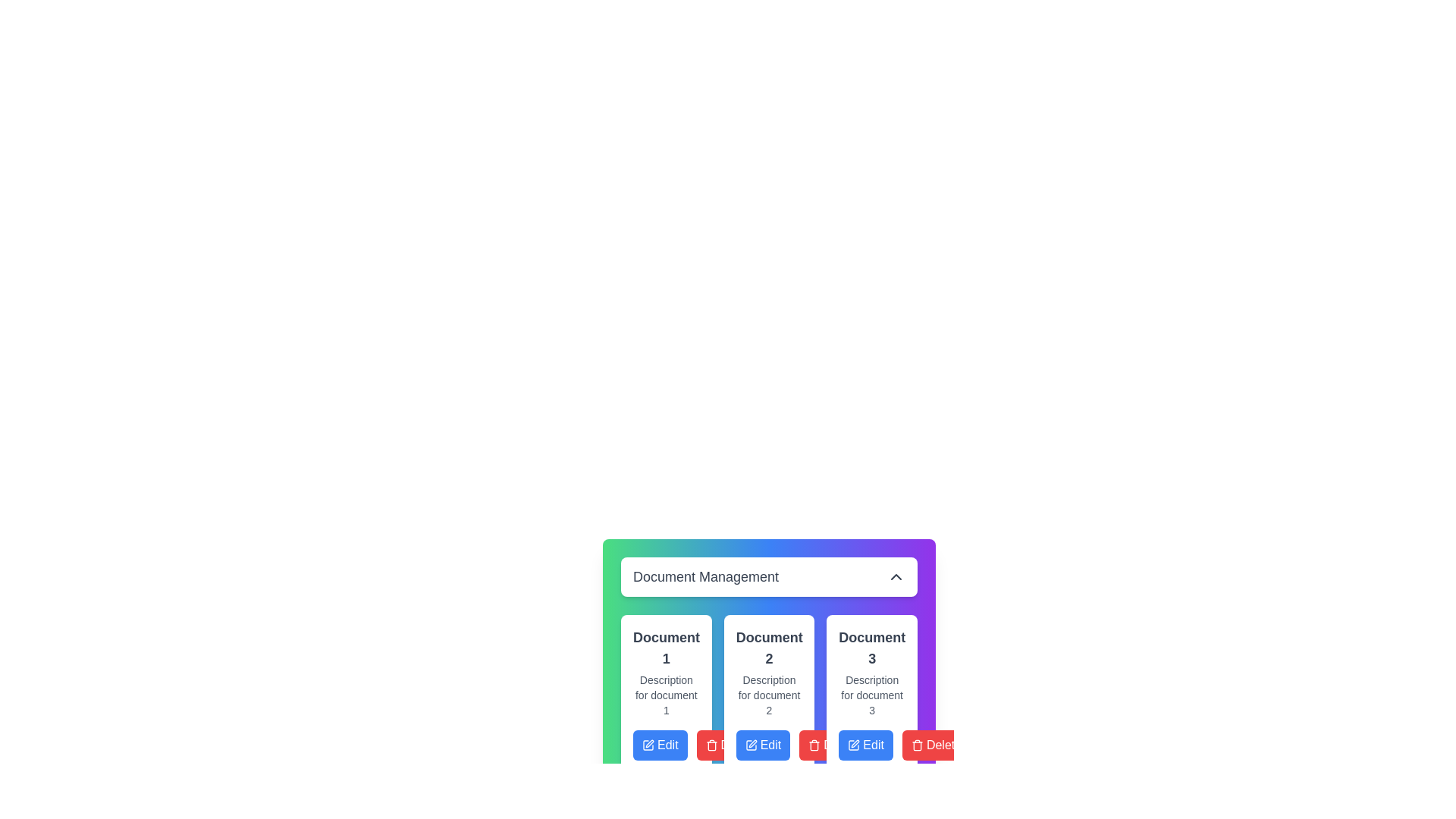  I want to click on the 'Document Management' button to toggle the menu visibility, so click(769, 576).